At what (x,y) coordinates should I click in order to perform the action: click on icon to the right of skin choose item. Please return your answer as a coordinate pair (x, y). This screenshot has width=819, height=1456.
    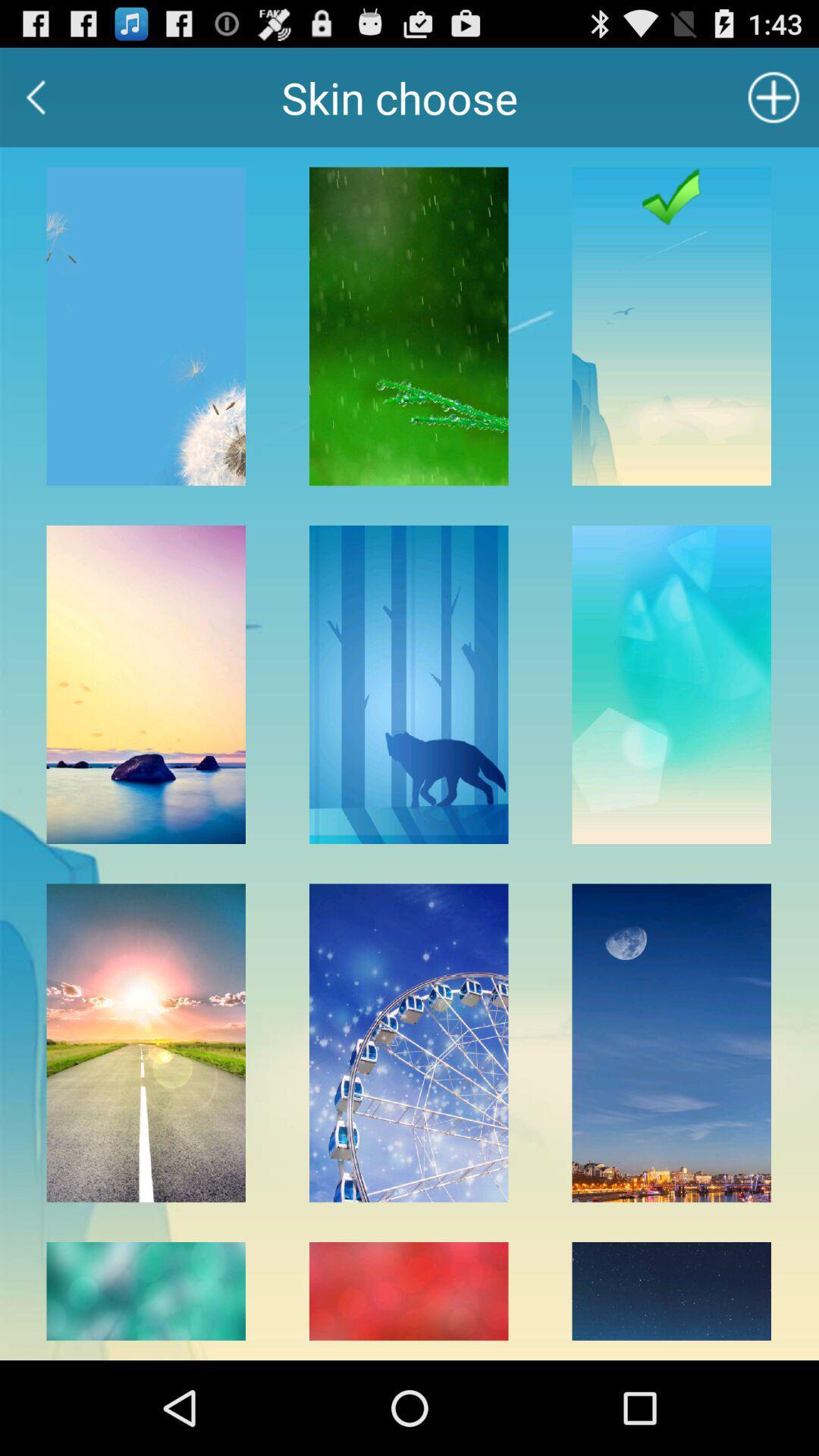
    Looking at the image, I should click on (773, 96).